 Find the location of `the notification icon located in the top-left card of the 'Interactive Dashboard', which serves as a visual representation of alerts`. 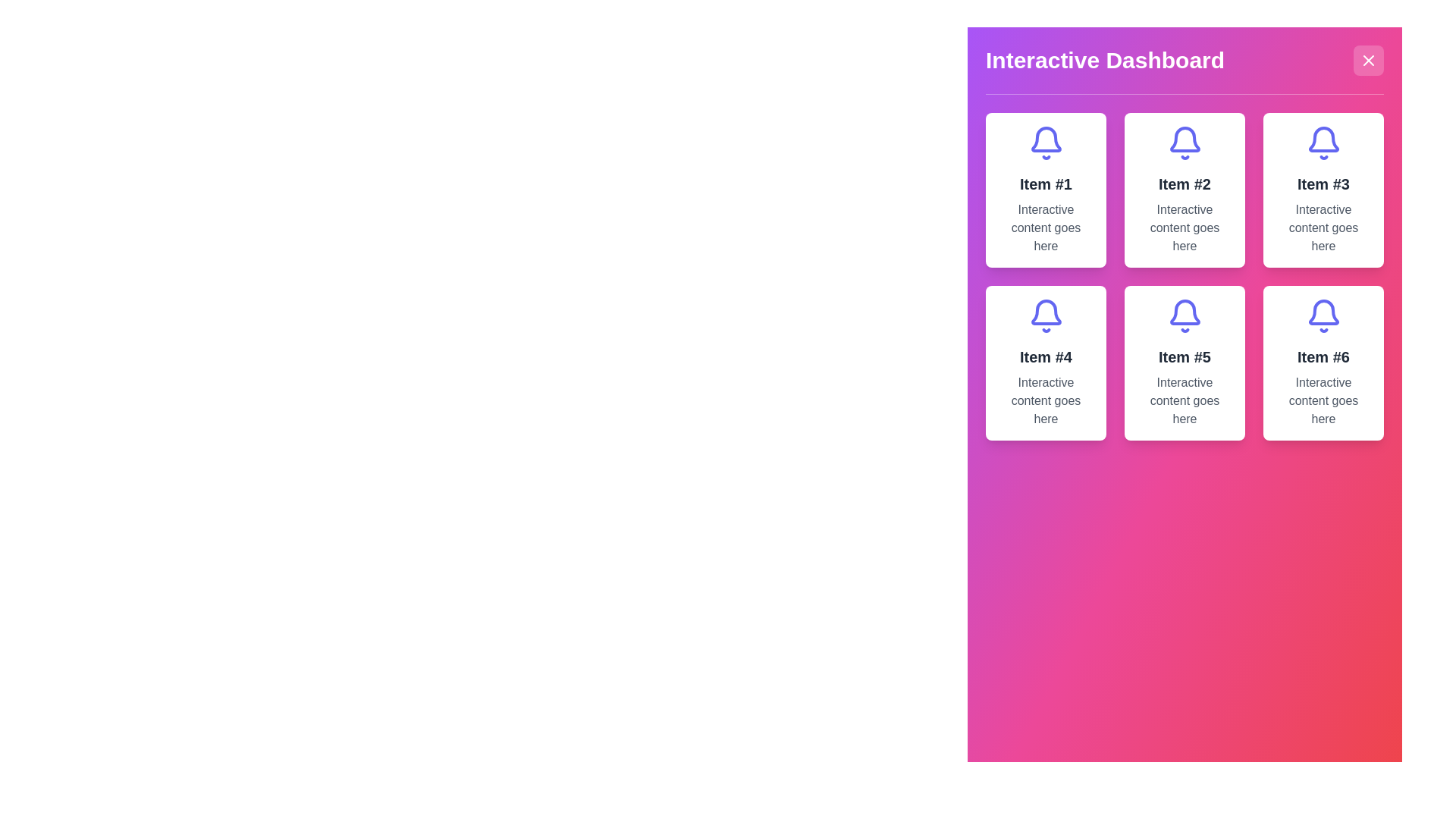

the notification icon located in the top-left card of the 'Interactive Dashboard', which serves as a visual representation of alerts is located at coordinates (1045, 140).